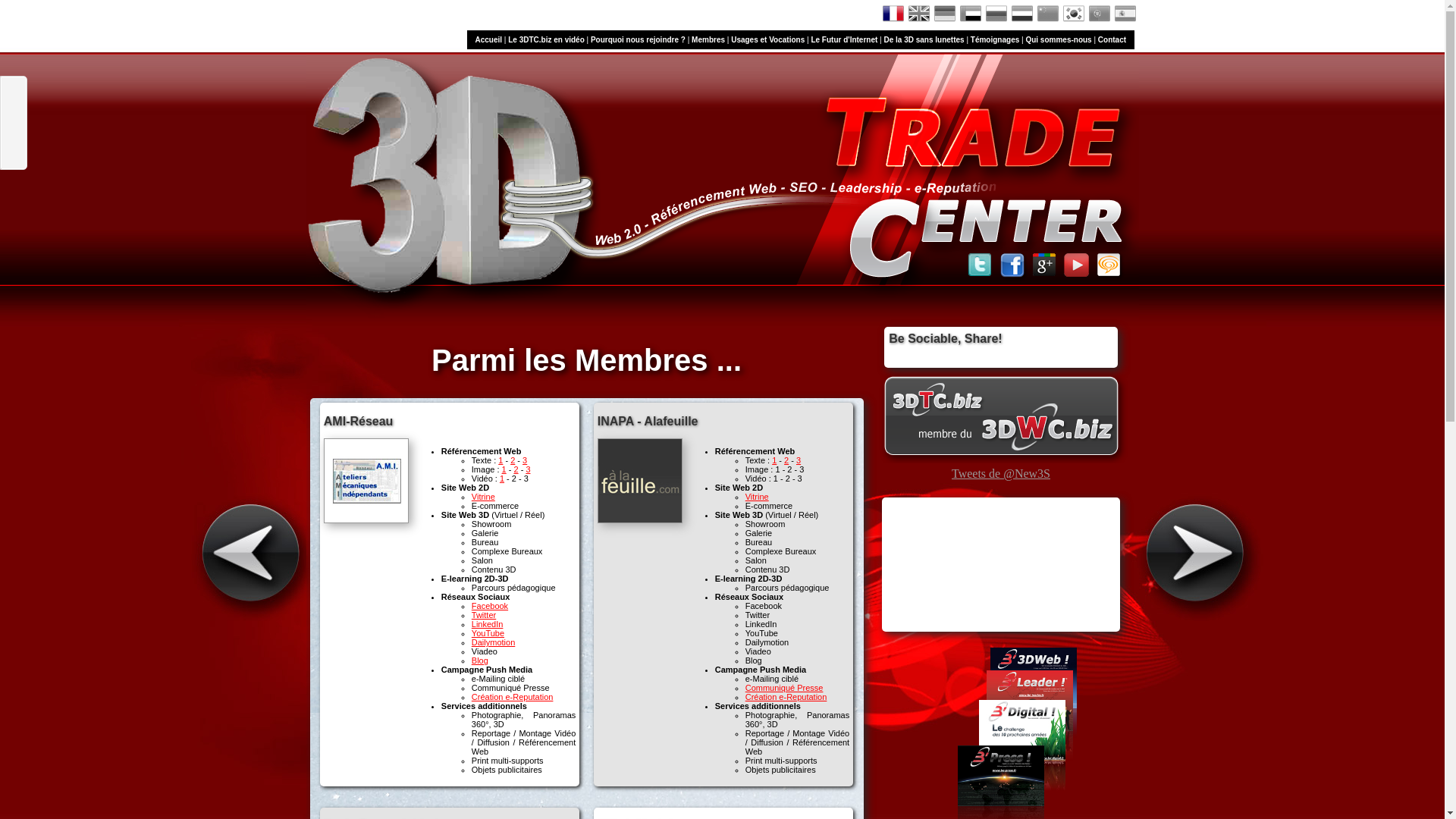  Describe the element at coordinates (471, 623) in the screenshot. I see `'LinkedIn'` at that location.